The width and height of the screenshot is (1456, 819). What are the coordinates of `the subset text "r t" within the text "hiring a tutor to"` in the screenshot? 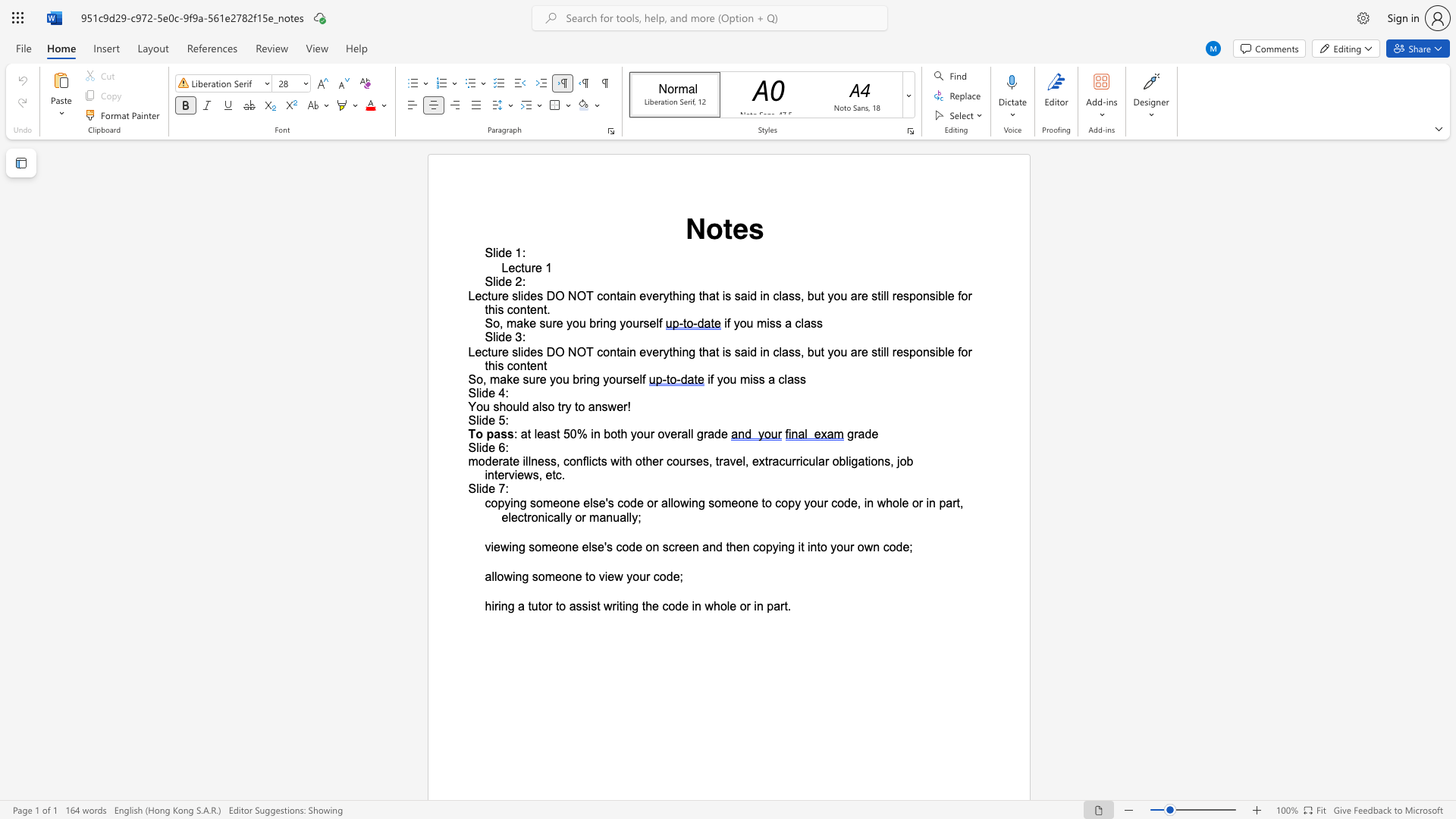 It's located at (548, 605).